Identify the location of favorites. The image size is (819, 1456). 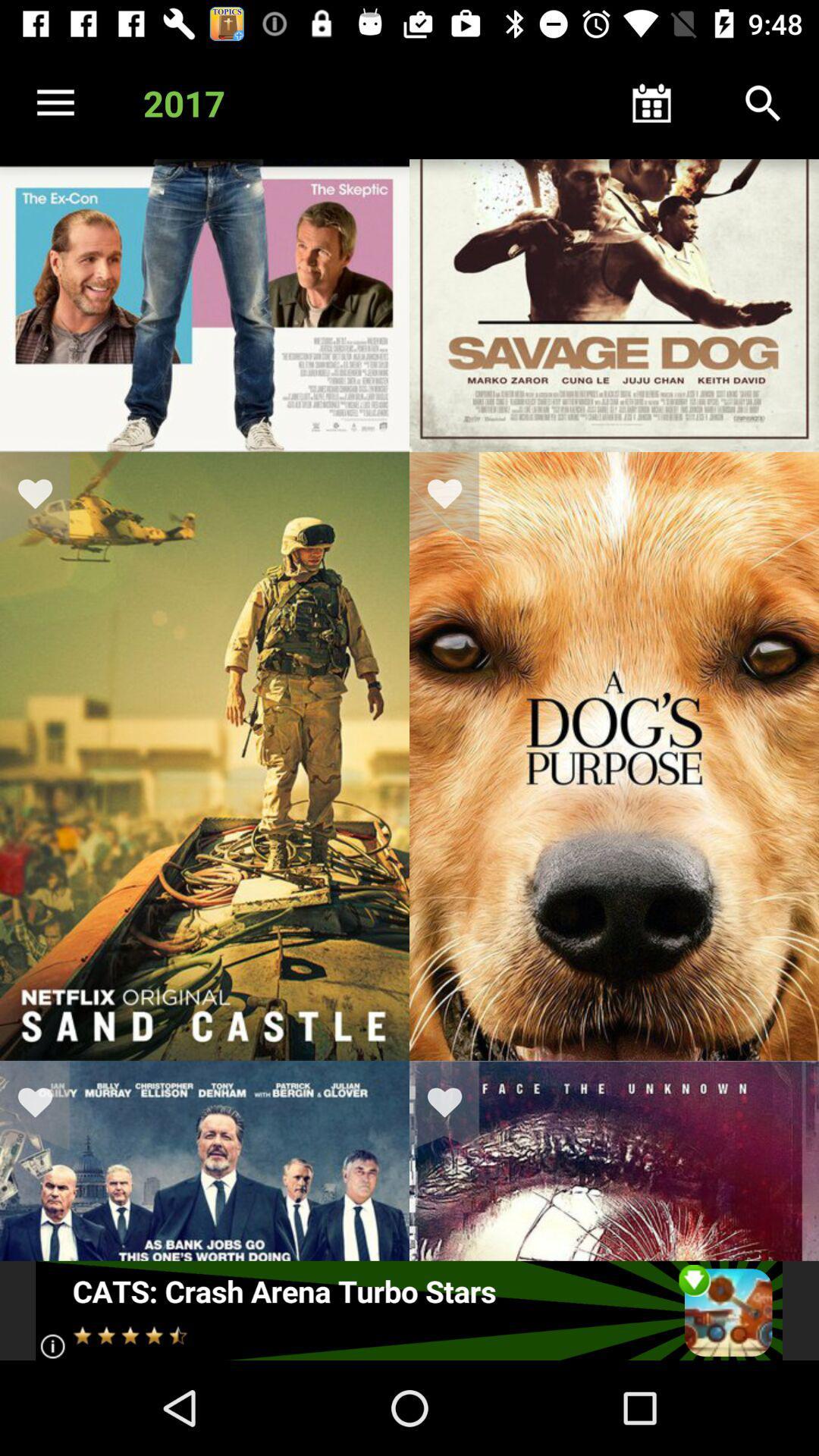
(44, 1106).